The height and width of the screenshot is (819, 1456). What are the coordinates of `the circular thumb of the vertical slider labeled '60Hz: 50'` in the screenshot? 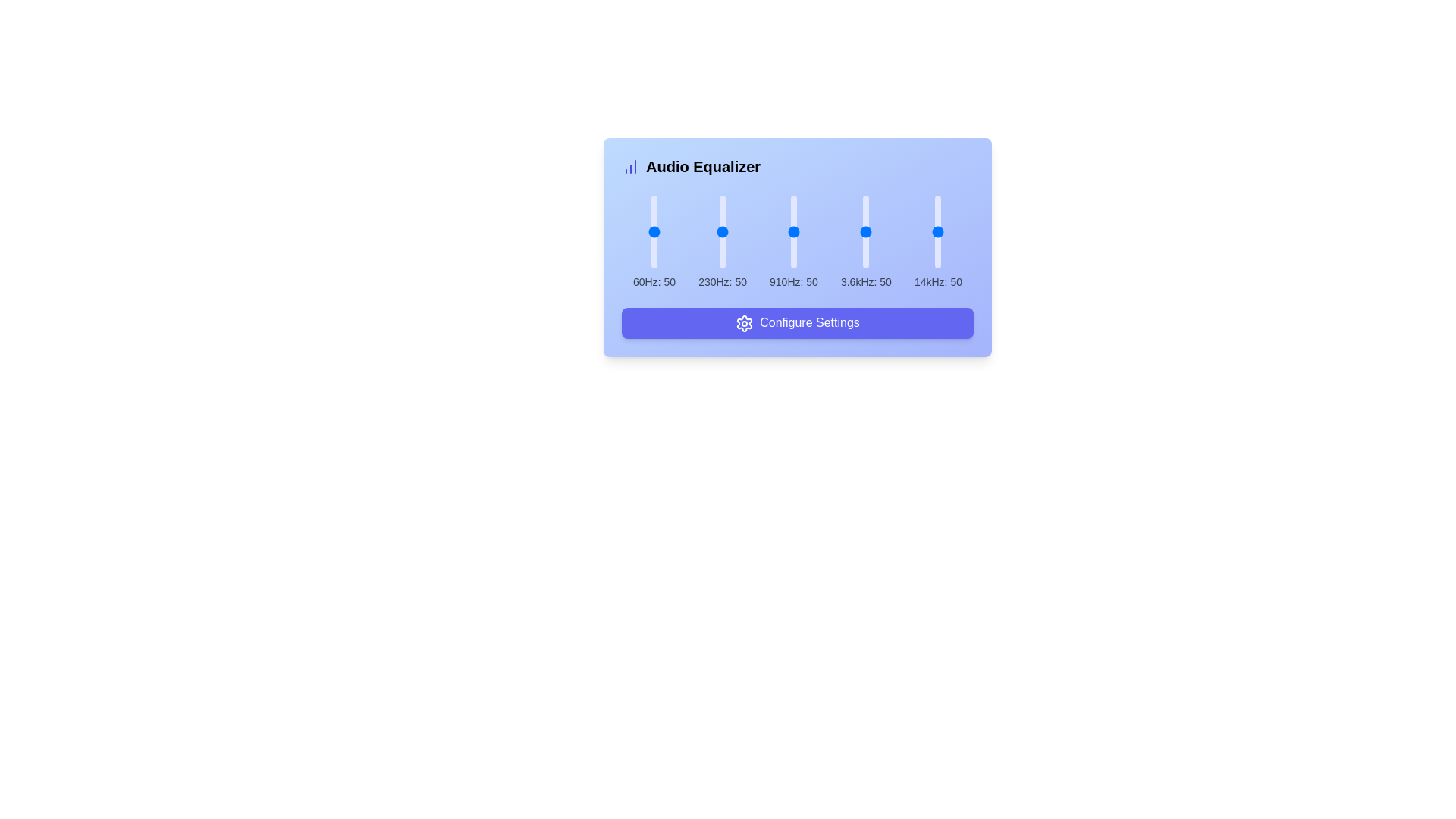 It's located at (654, 242).